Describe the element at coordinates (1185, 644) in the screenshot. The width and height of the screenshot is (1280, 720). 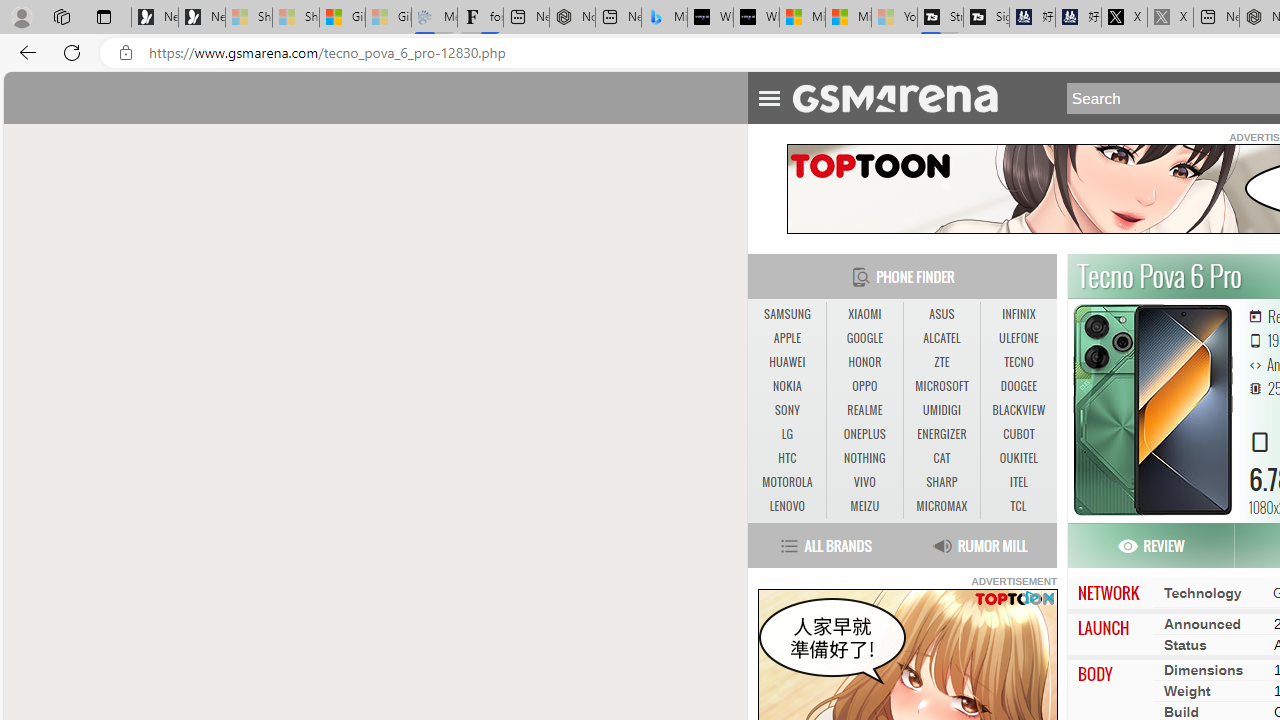
I see `'Status'` at that location.